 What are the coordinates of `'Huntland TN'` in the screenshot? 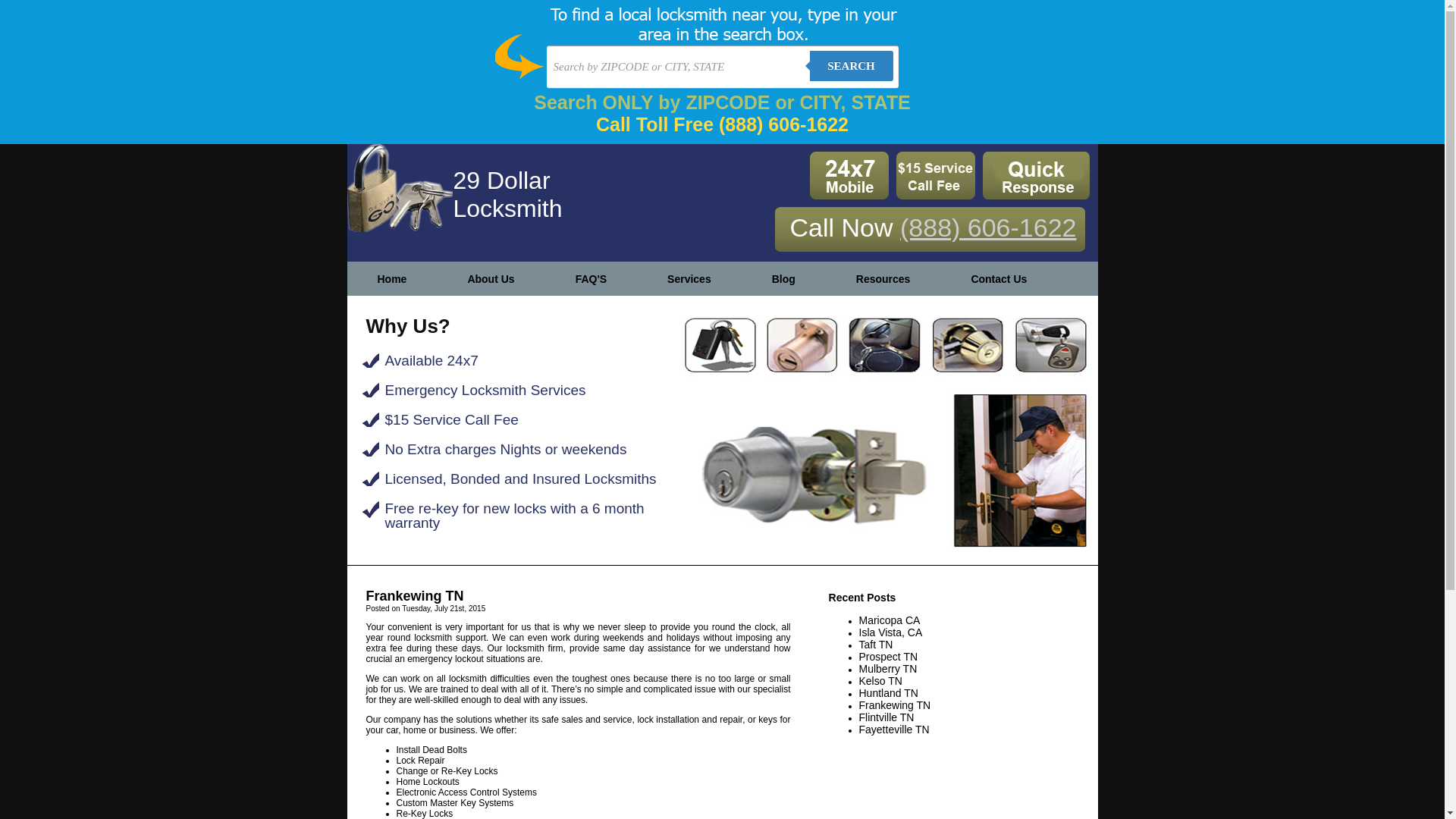 It's located at (888, 693).